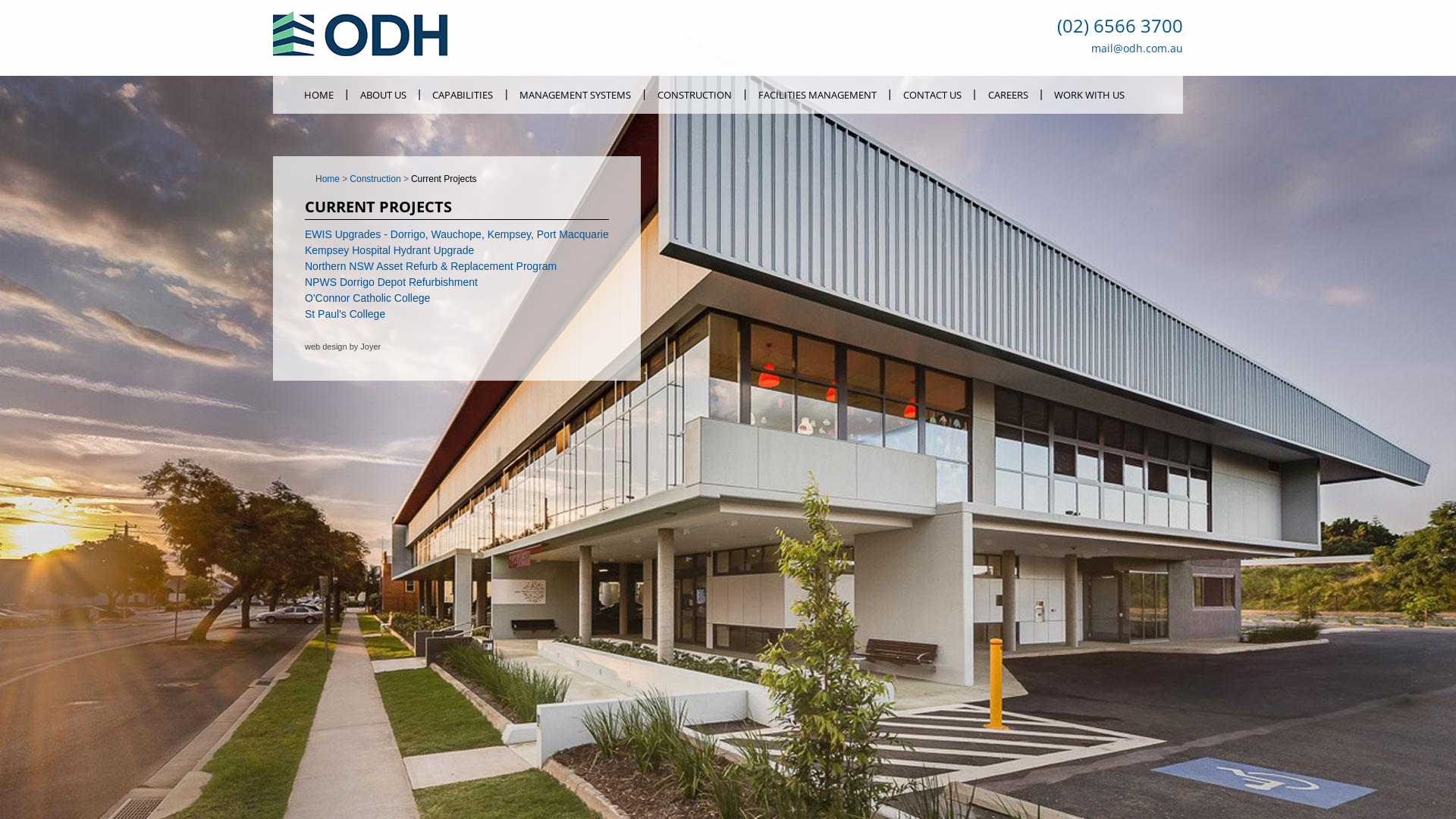 This screenshot has height=819, width=1456. I want to click on 'mail@odh.com.au', so click(1137, 47).